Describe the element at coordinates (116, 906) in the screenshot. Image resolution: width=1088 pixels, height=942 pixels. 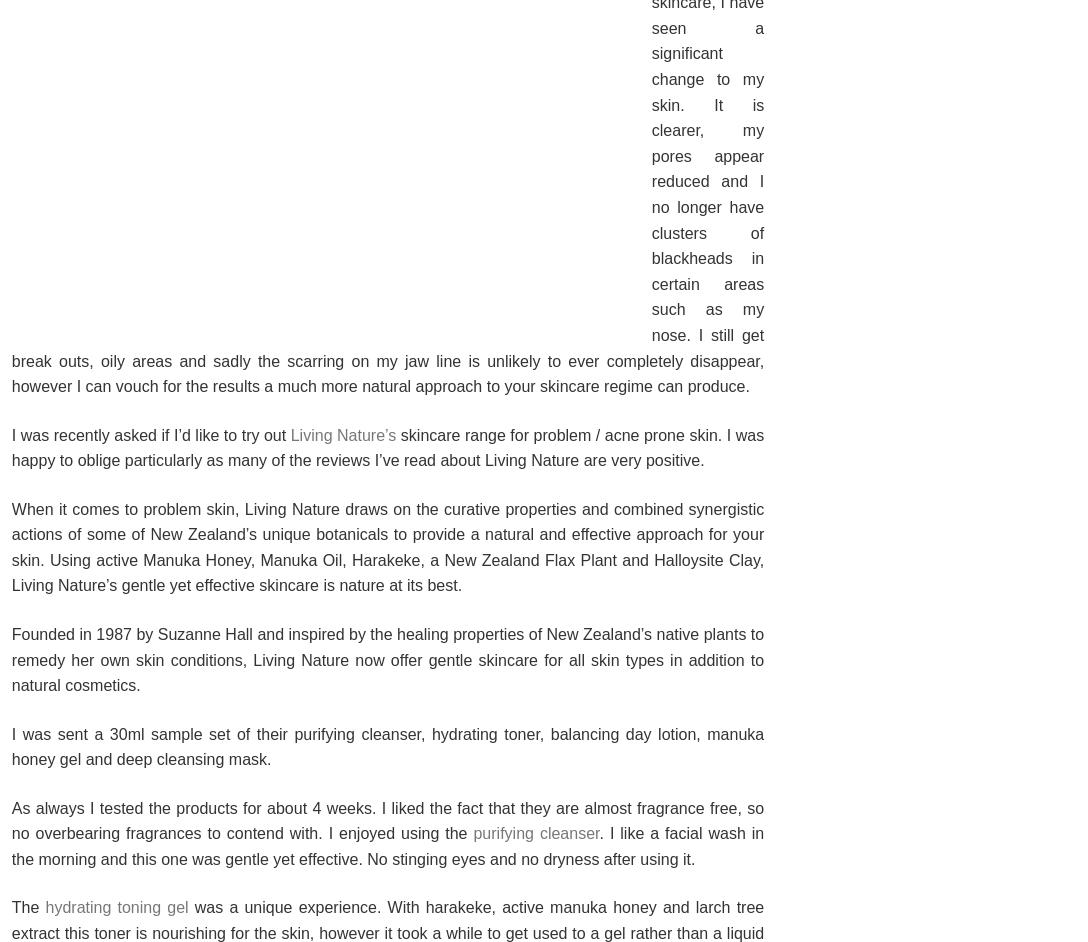
I see `'hydrating toning gel'` at that location.